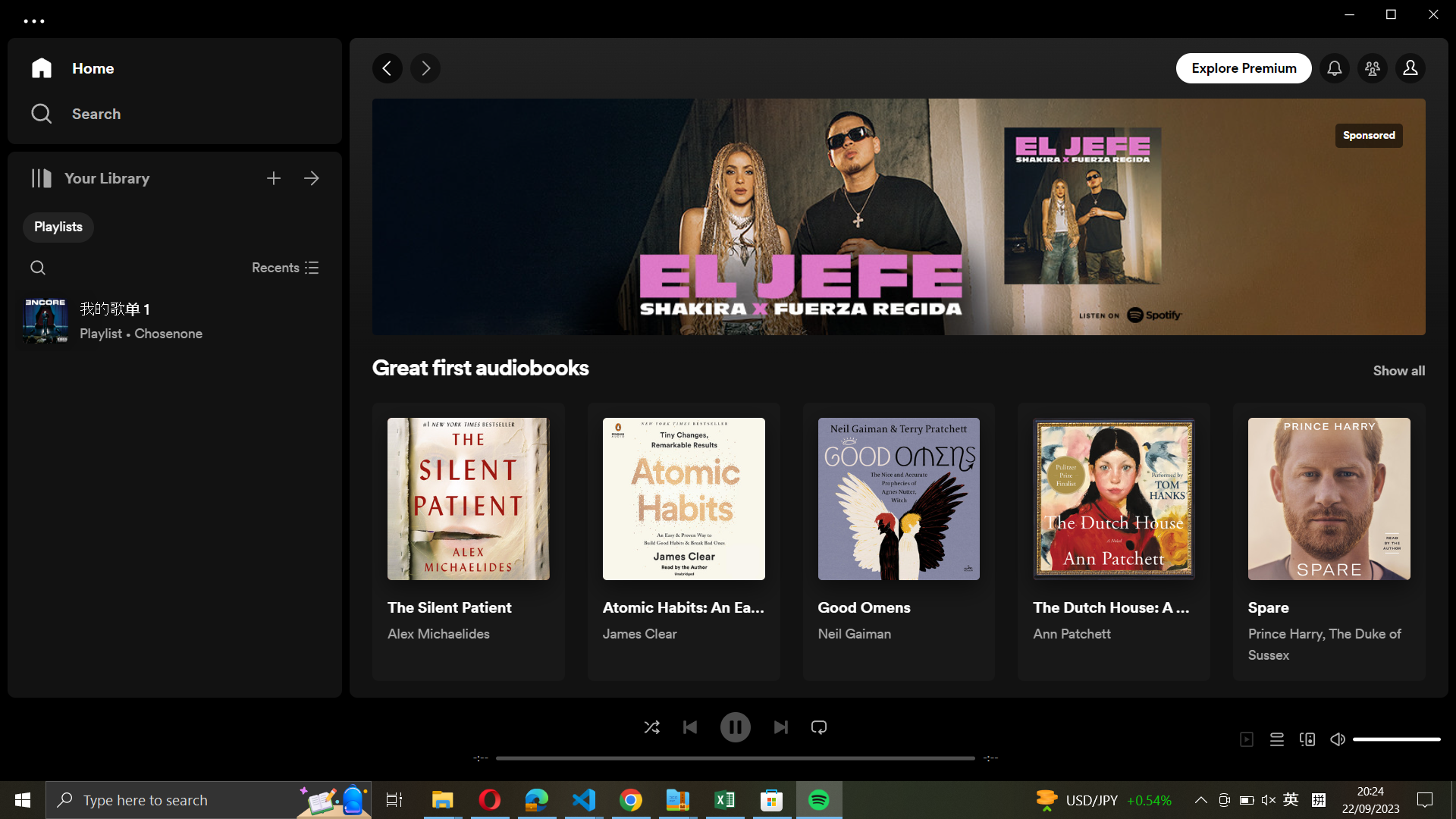 Image resolution: width=1456 pixels, height=819 pixels. What do you see at coordinates (388, 69) in the screenshot?
I see `Go to the previous page` at bounding box center [388, 69].